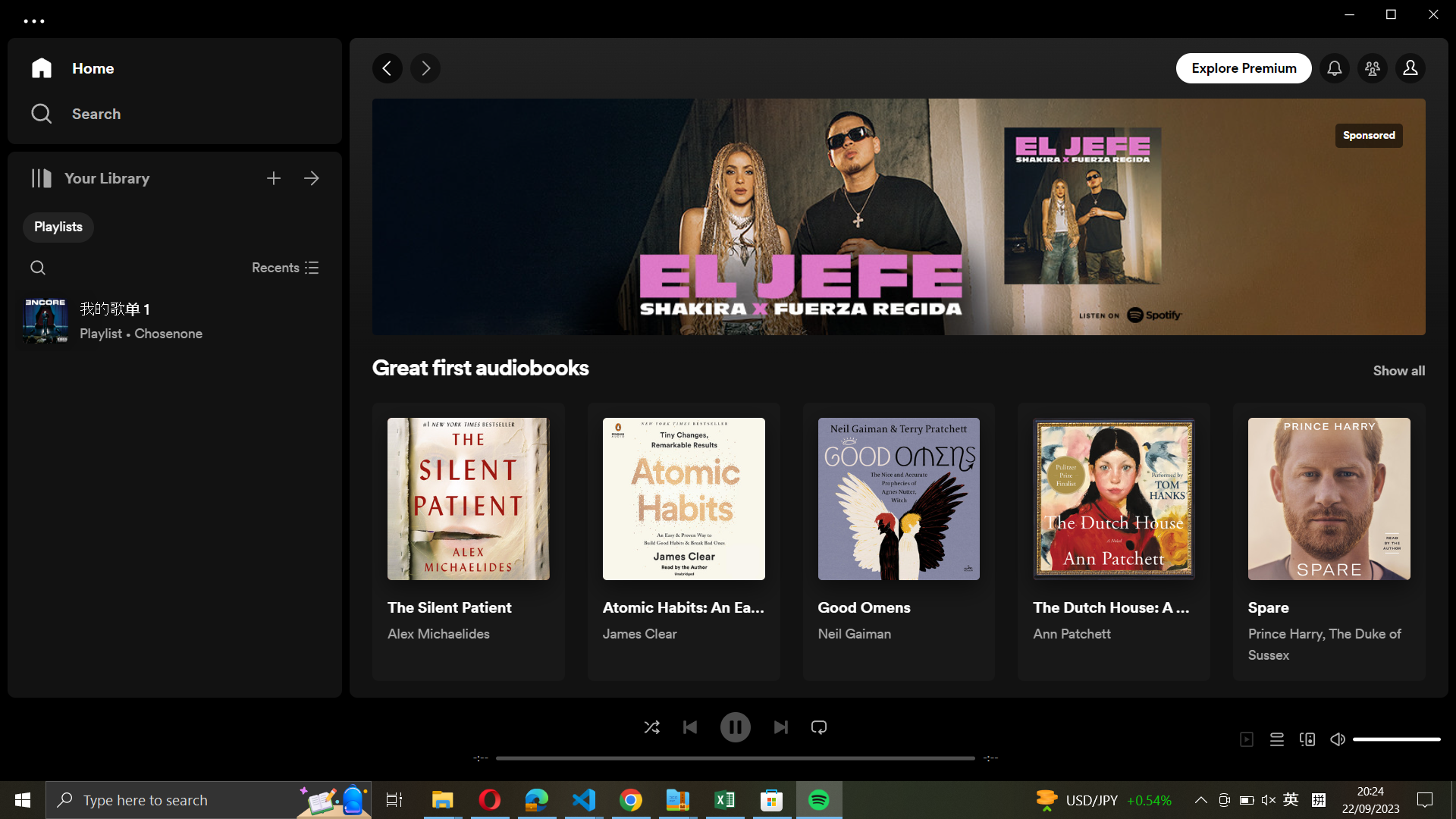 Image resolution: width=1456 pixels, height=819 pixels. What do you see at coordinates (388, 69) in the screenshot?
I see `Go to the previous page` at bounding box center [388, 69].